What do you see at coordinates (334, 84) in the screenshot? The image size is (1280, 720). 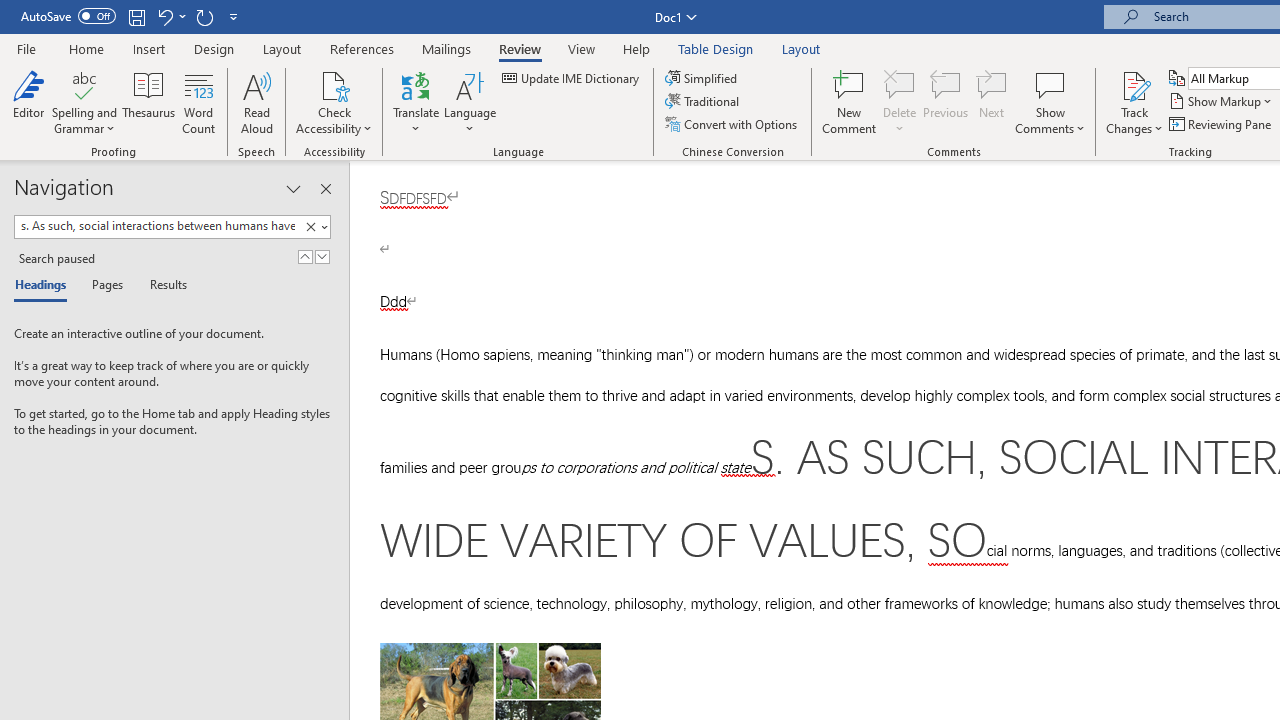 I see `'Check Accessibility'` at bounding box center [334, 84].